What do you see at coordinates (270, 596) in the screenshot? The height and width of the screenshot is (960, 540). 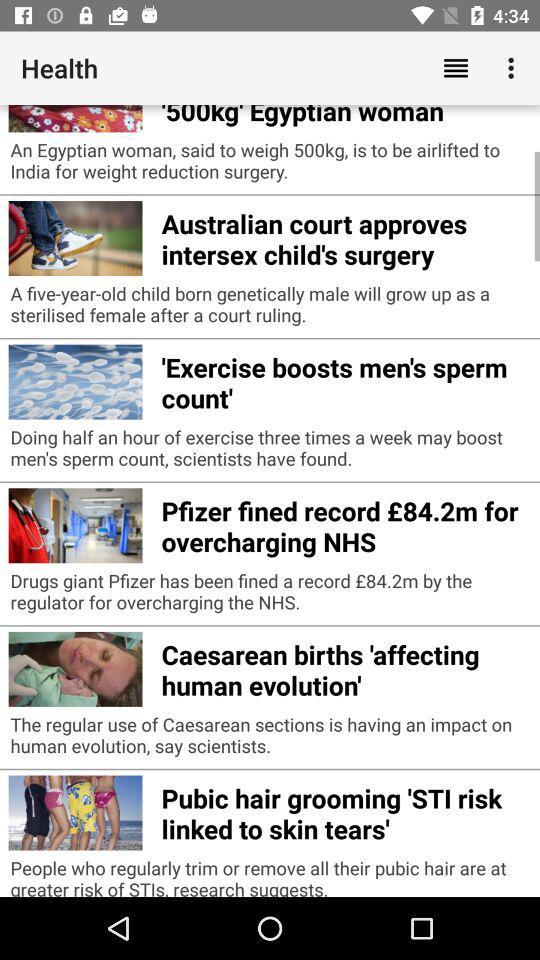 I see `drugs giant pfizer icon` at bounding box center [270, 596].